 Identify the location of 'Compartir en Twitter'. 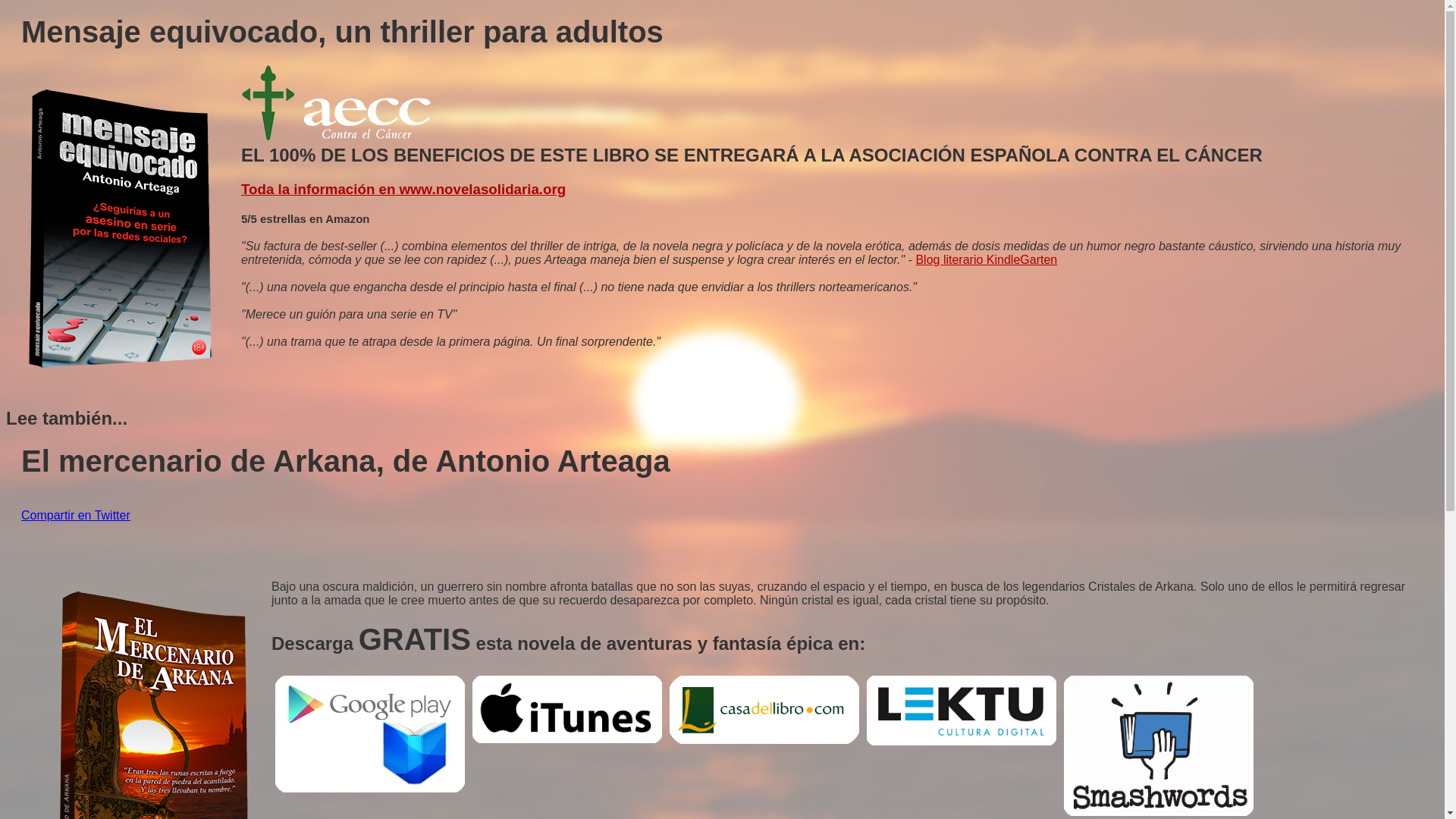
(75, 514).